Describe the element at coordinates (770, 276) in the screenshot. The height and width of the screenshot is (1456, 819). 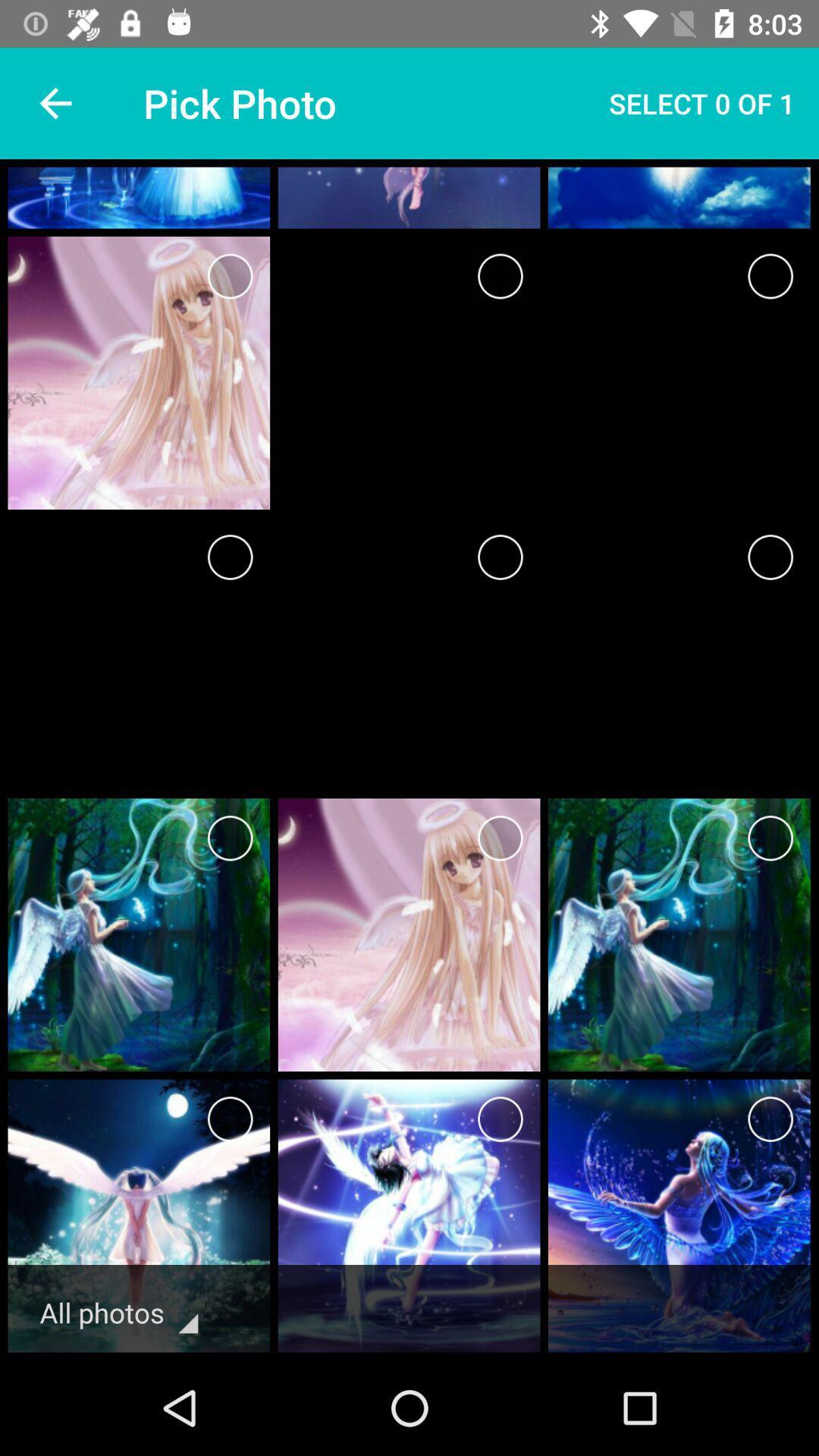
I see `choose this icon` at that location.